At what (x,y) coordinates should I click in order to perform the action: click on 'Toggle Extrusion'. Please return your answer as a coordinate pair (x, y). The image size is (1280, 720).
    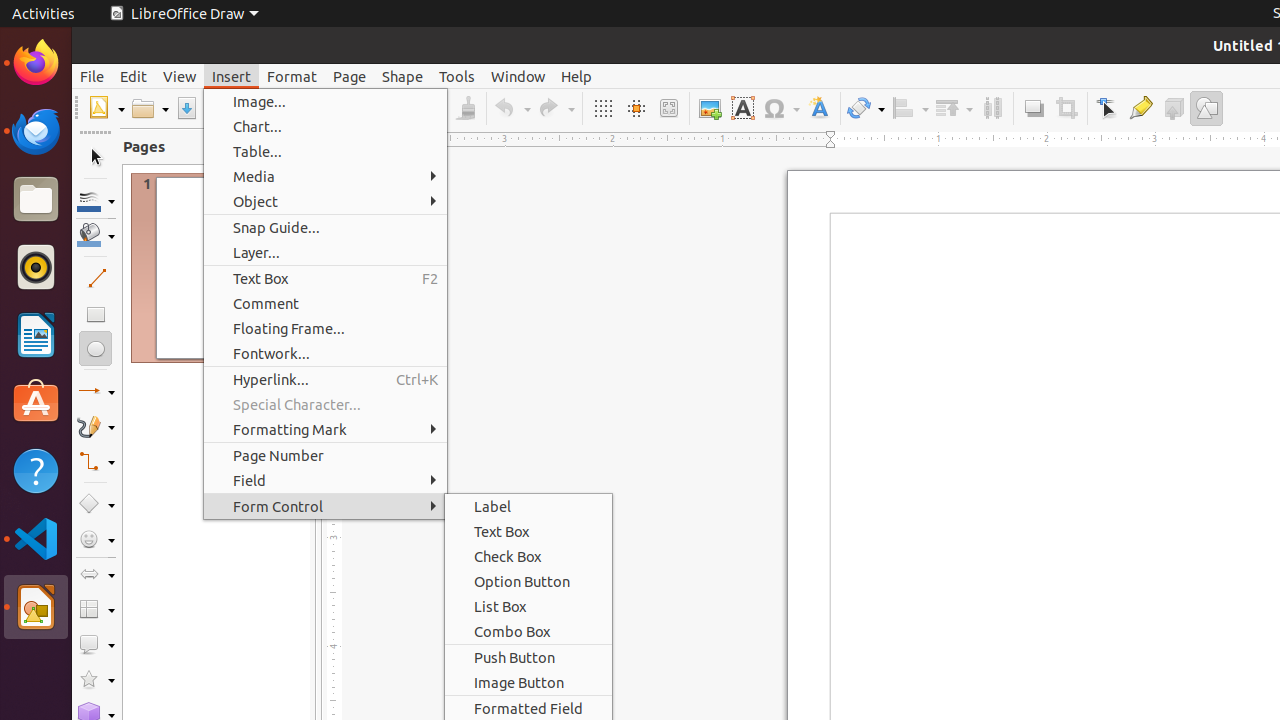
    Looking at the image, I should click on (1173, 108).